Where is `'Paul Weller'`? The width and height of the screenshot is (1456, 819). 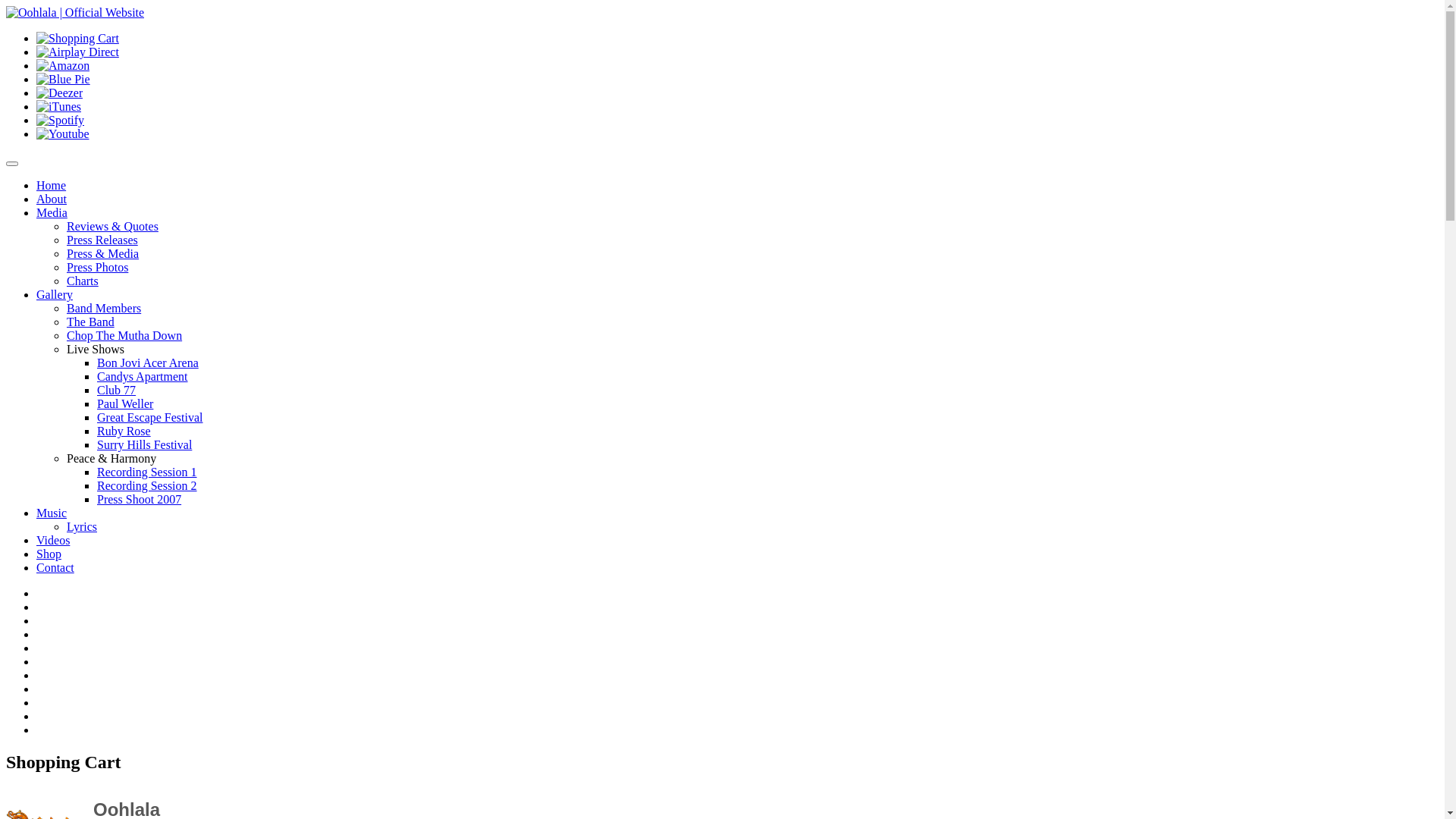 'Paul Weller' is located at coordinates (124, 403).